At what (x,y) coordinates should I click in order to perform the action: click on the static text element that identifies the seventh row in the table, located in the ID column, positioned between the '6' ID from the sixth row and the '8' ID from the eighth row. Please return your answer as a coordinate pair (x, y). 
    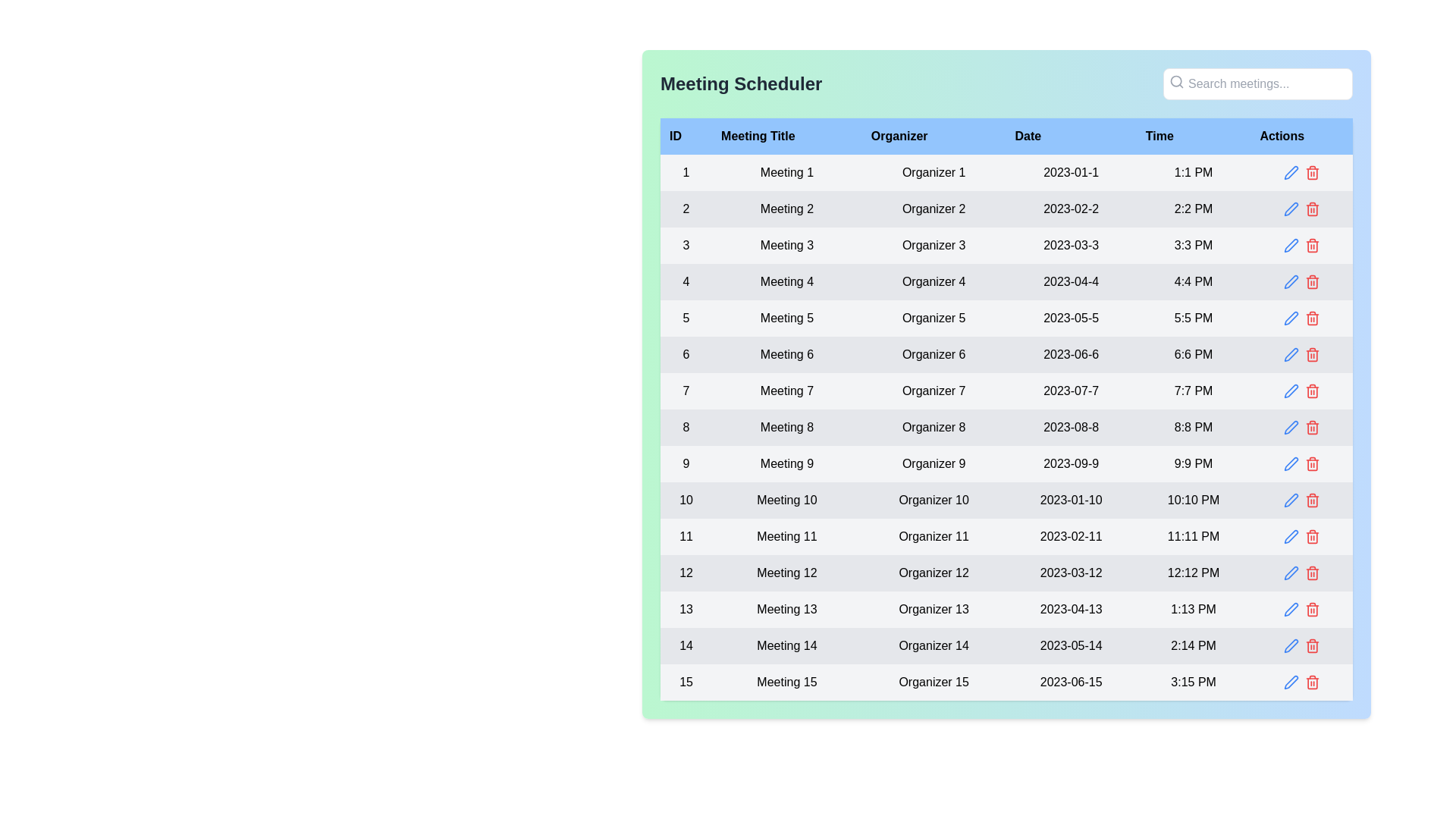
    Looking at the image, I should click on (686, 391).